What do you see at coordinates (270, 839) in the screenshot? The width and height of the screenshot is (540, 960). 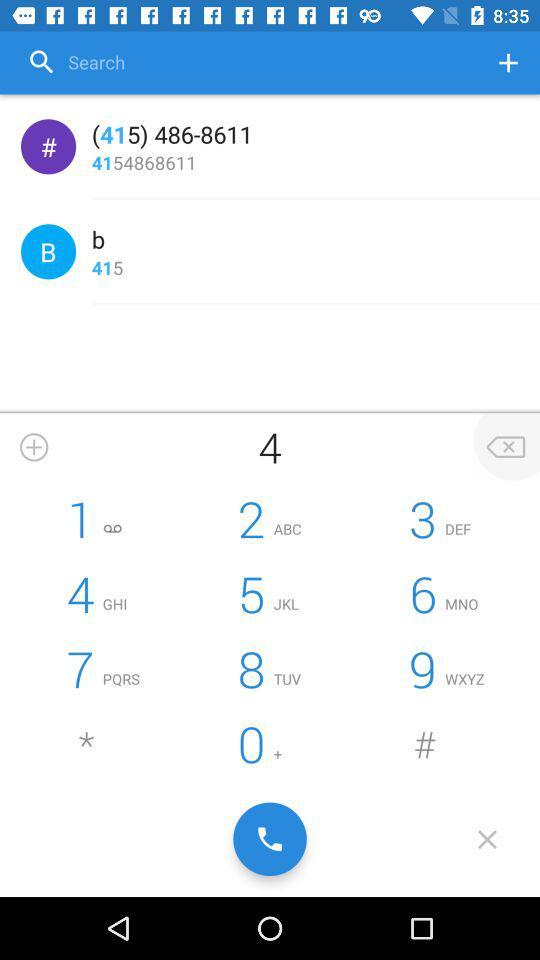 I see `call the phone` at bounding box center [270, 839].